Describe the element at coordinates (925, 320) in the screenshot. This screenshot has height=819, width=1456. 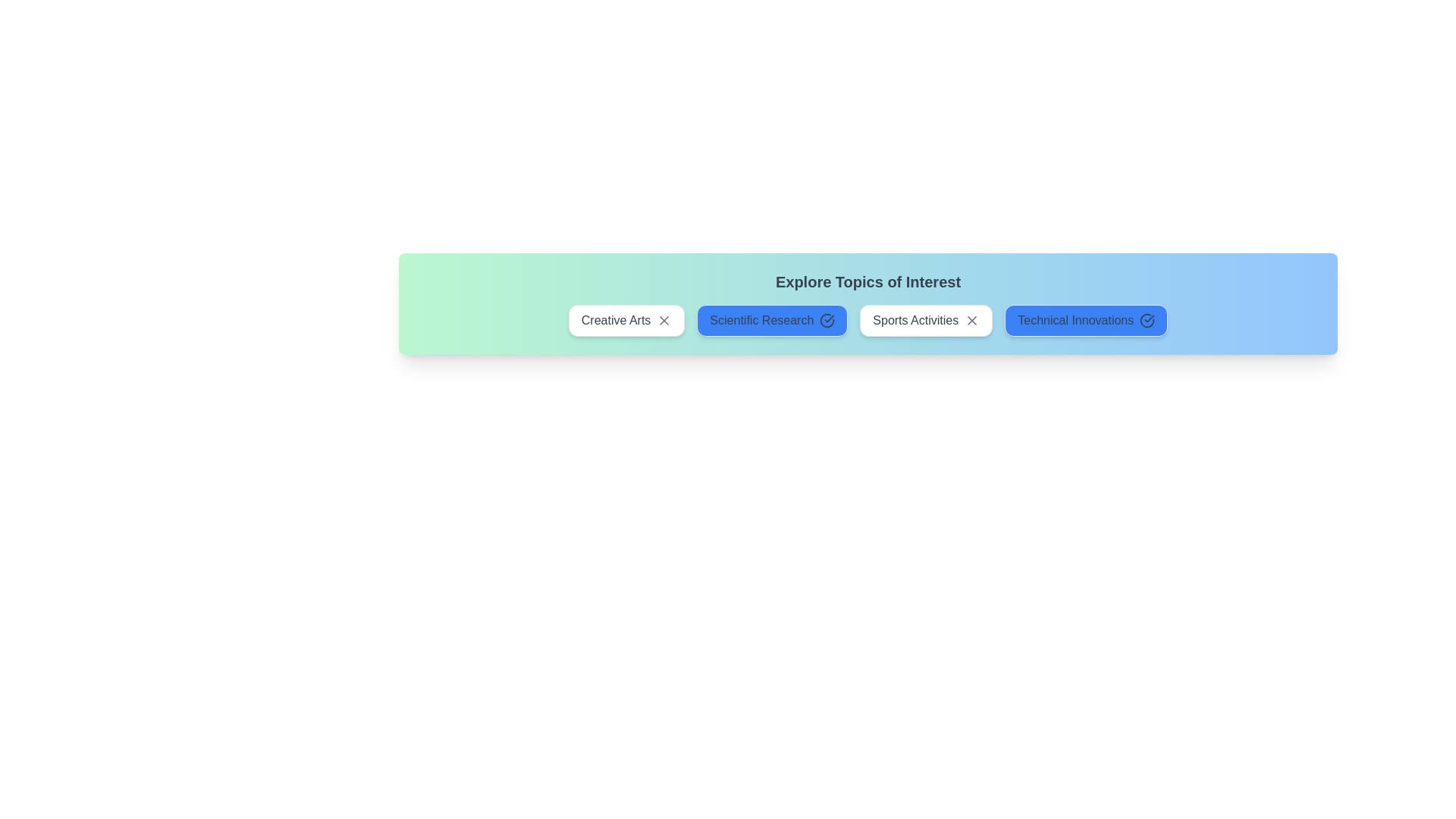
I see `the chip labeled Sports Activities` at that location.